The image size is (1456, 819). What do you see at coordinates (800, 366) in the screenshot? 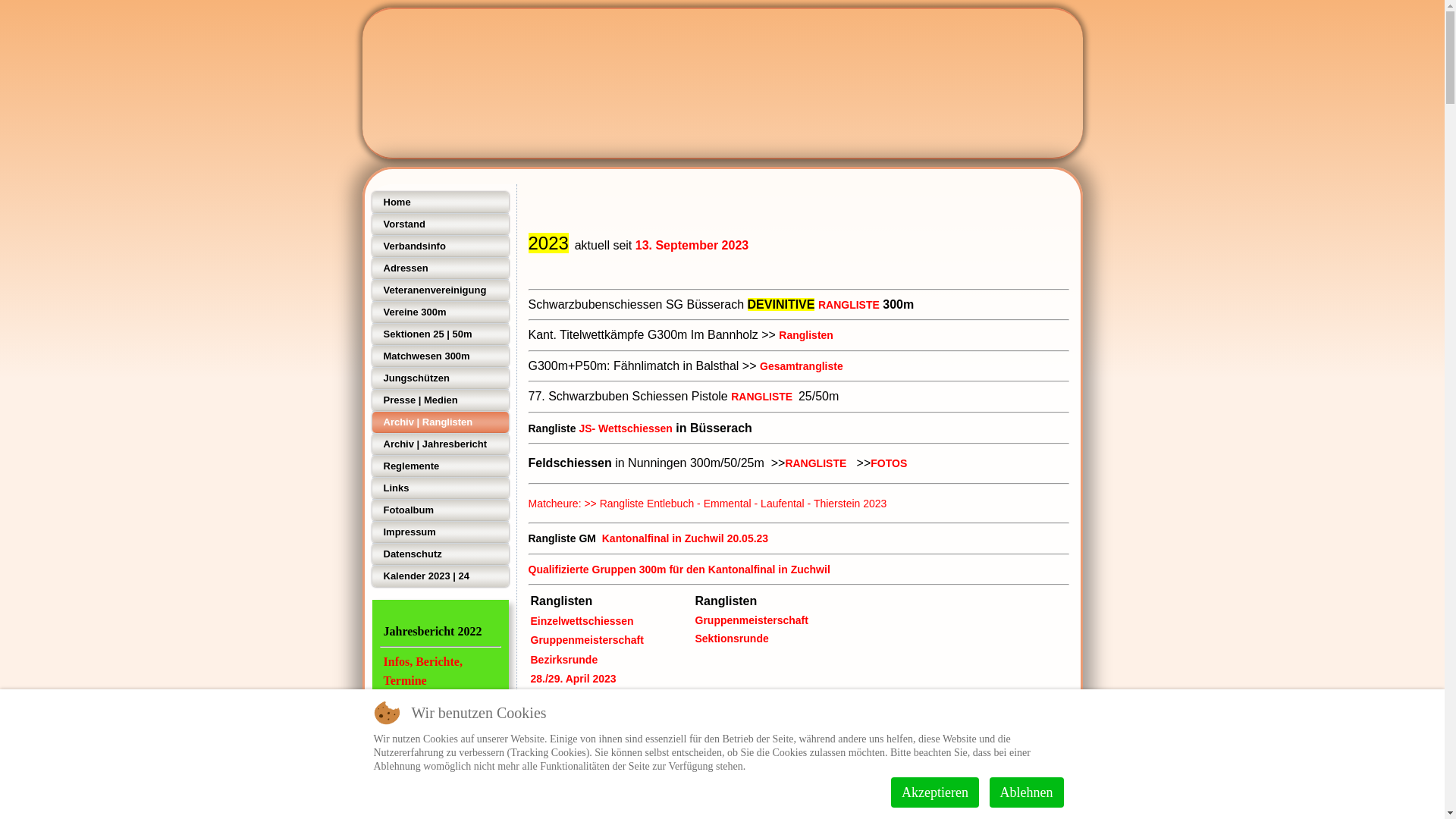
I see `'Gesamtrangliste'` at bounding box center [800, 366].